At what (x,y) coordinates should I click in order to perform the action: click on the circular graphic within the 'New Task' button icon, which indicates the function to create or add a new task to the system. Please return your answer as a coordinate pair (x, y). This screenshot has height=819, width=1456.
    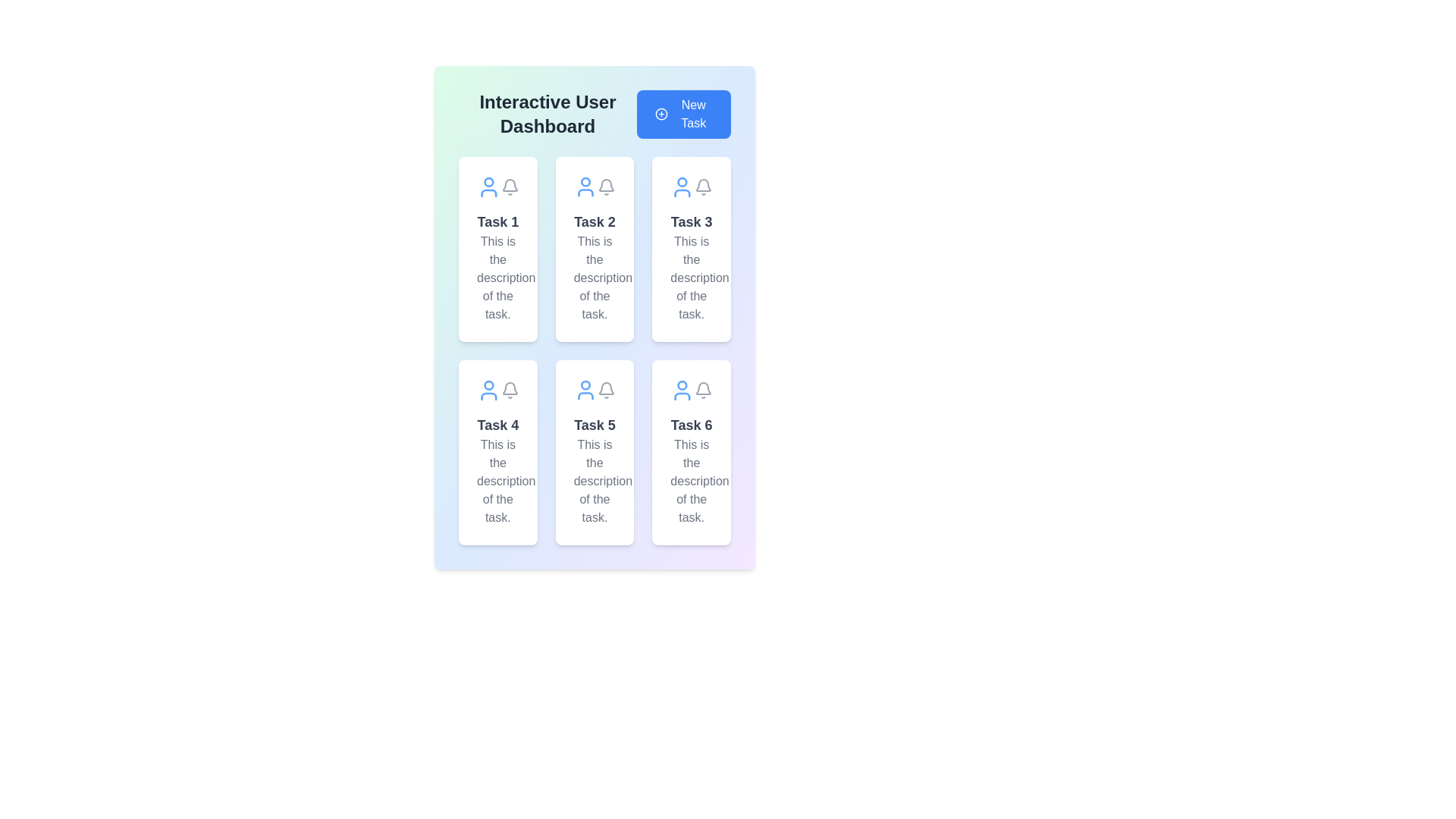
    Looking at the image, I should click on (661, 113).